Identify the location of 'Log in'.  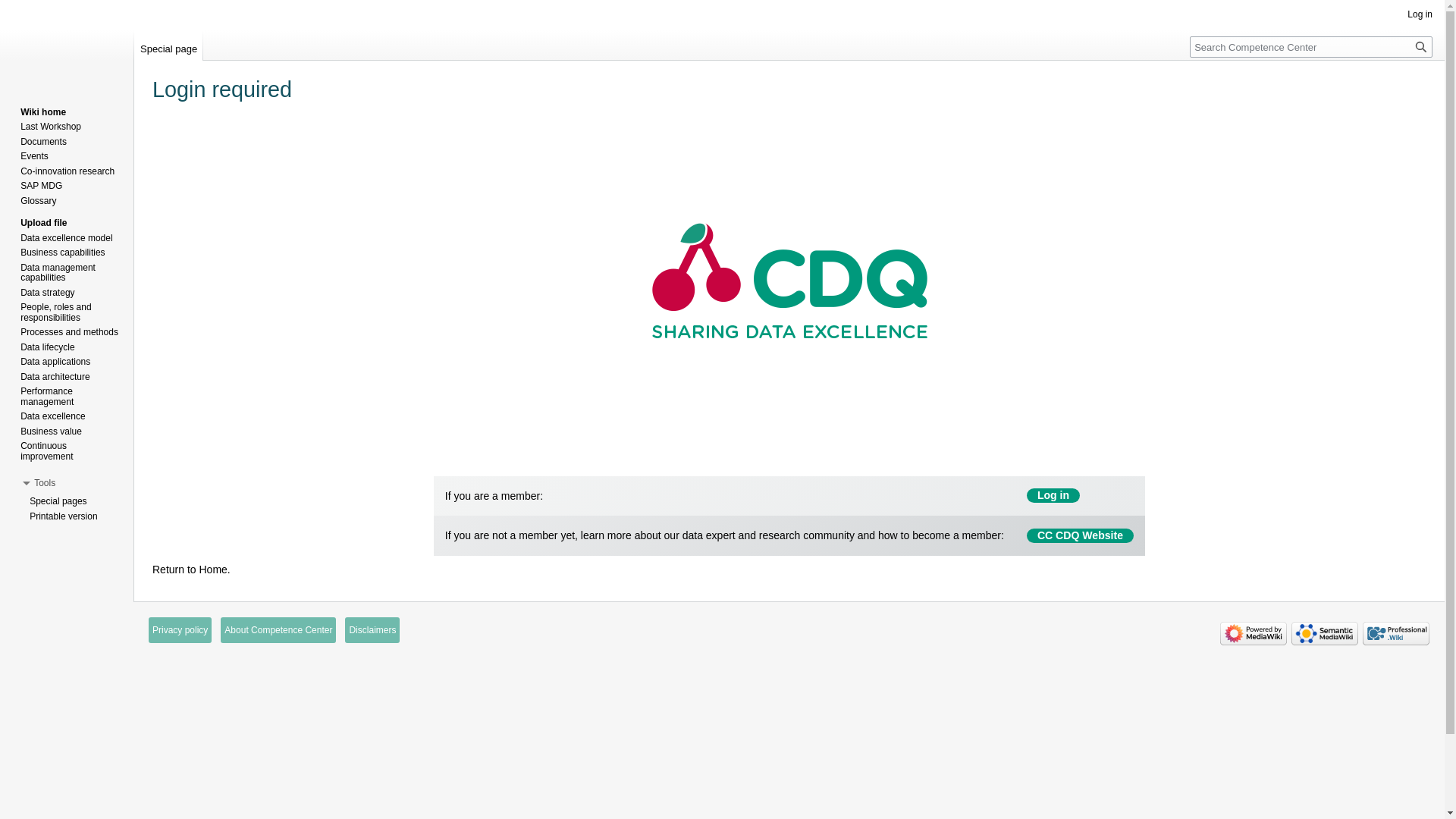
(1419, 14).